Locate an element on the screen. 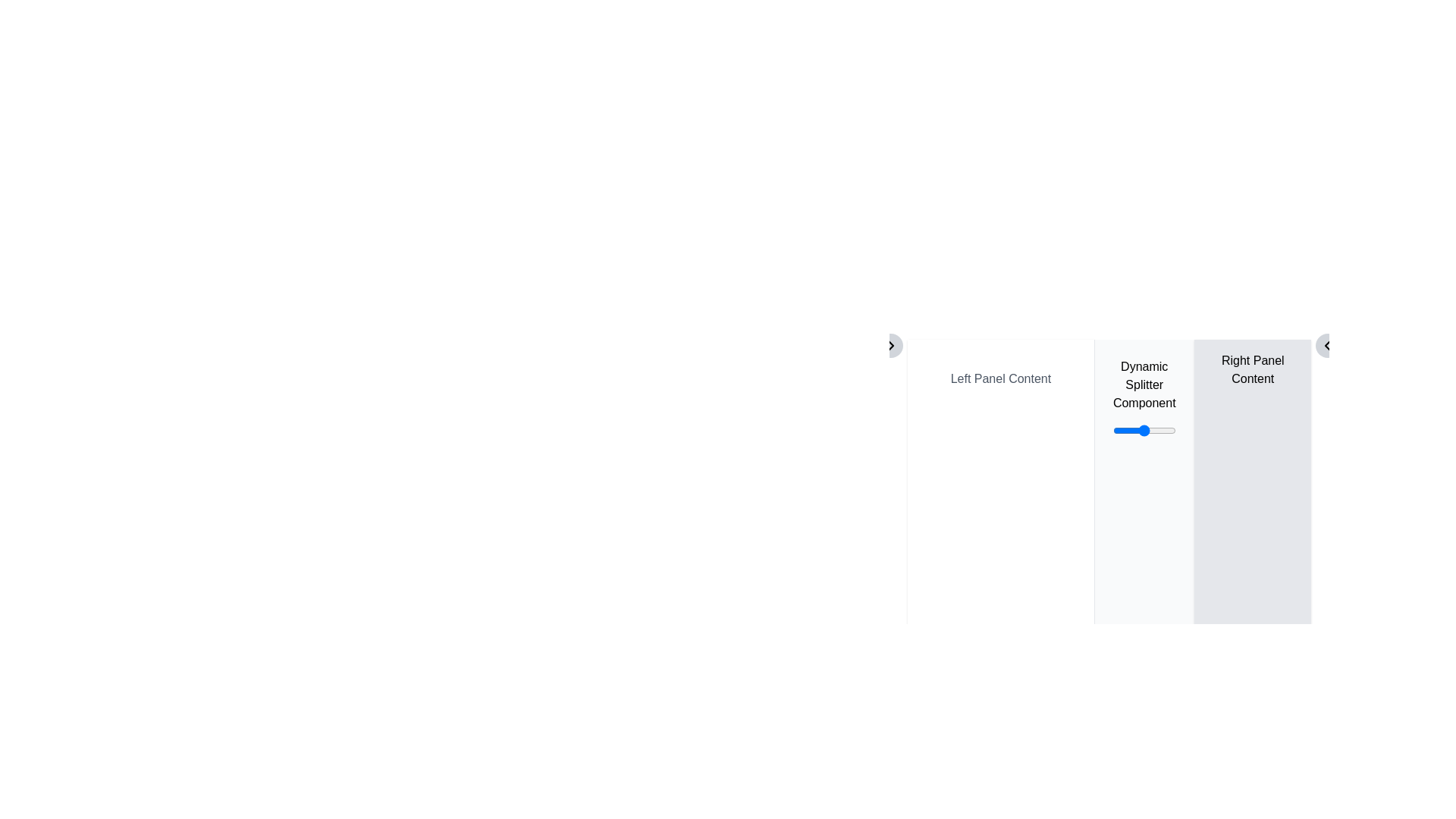 The width and height of the screenshot is (1456, 819). the button located at the upper-left corner of the 'Right Panel Content' section is located at coordinates (891, 345).